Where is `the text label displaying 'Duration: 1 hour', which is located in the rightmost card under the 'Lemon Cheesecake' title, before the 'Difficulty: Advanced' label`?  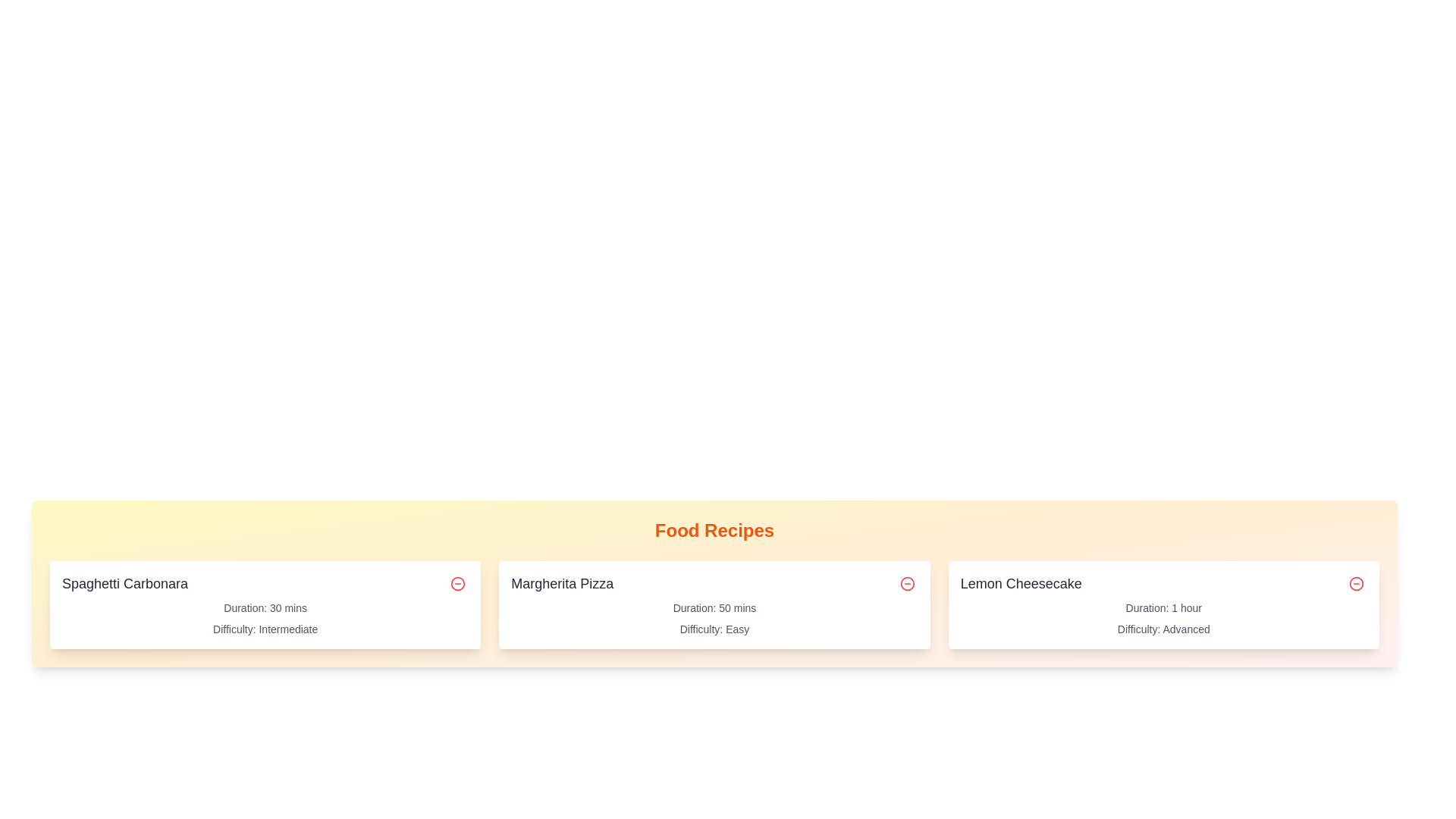 the text label displaying 'Duration: 1 hour', which is located in the rightmost card under the 'Lemon Cheesecake' title, before the 'Difficulty: Advanced' label is located at coordinates (1163, 607).